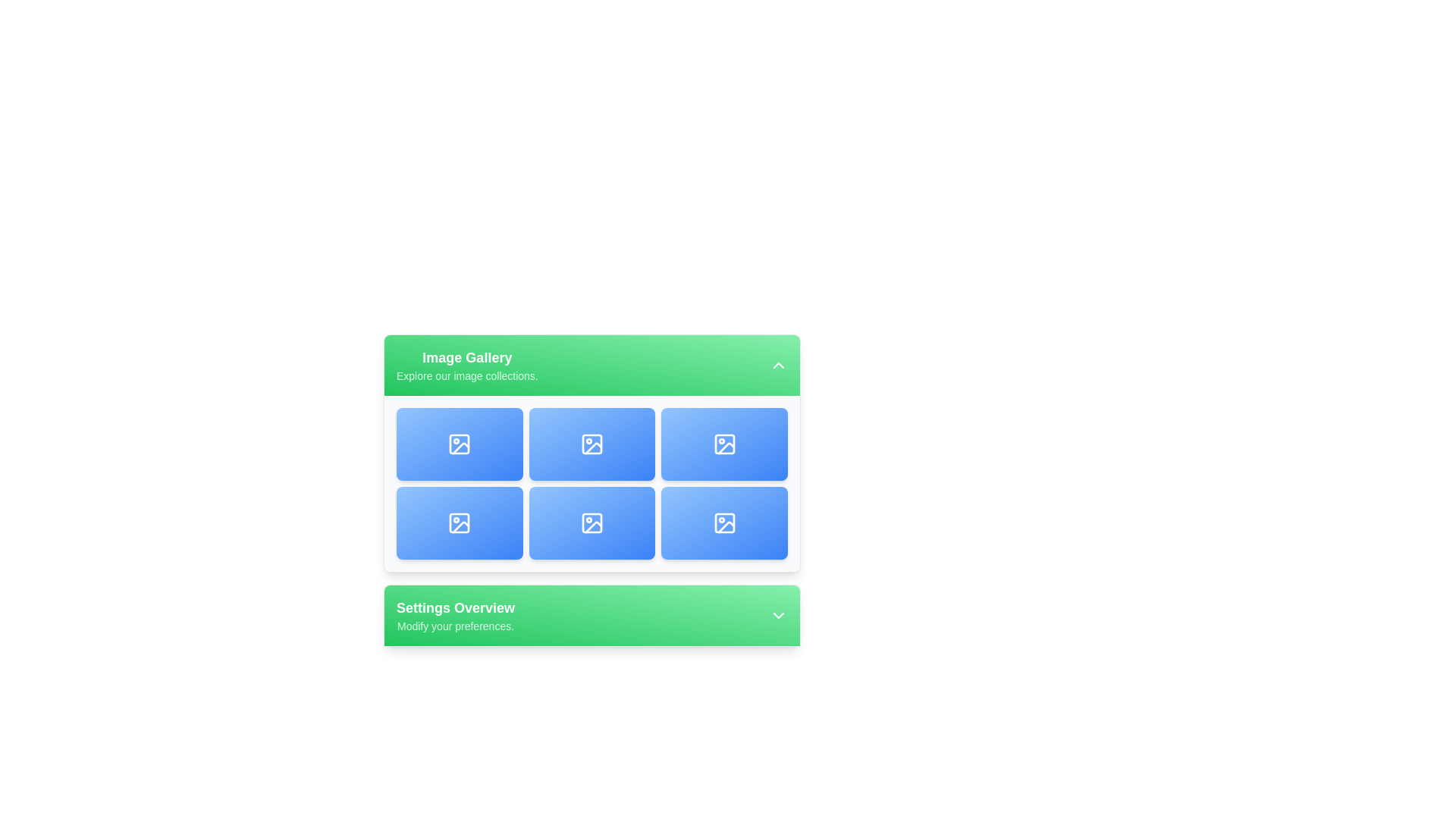  What do you see at coordinates (779, 616) in the screenshot?
I see `the Chevron Downward icon in the Settings Overview section` at bounding box center [779, 616].